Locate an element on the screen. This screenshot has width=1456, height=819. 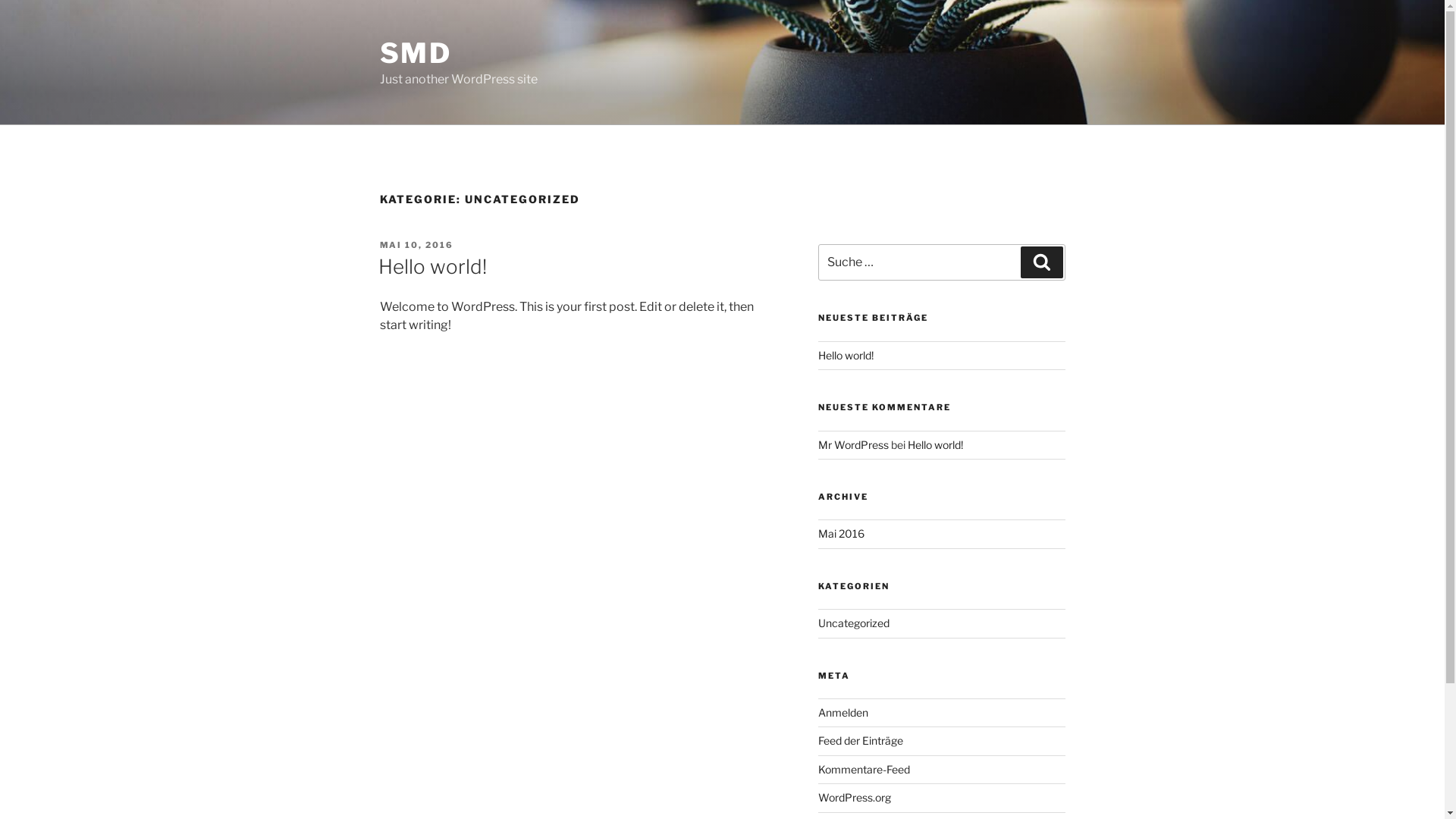
'SMD' is located at coordinates (415, 52).